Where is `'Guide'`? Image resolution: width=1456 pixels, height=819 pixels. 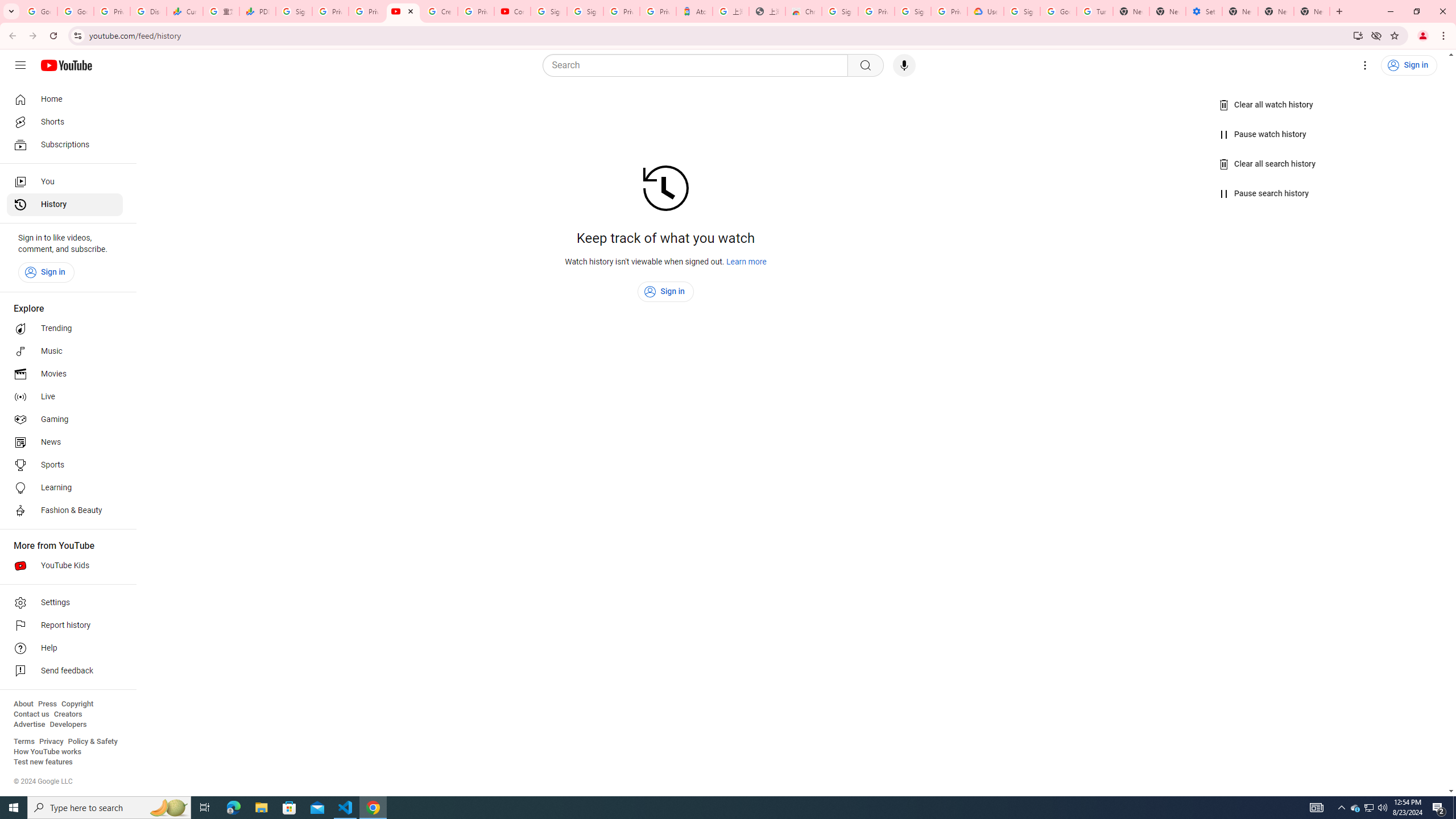 'Guide' is located at coordinates (19, 65).